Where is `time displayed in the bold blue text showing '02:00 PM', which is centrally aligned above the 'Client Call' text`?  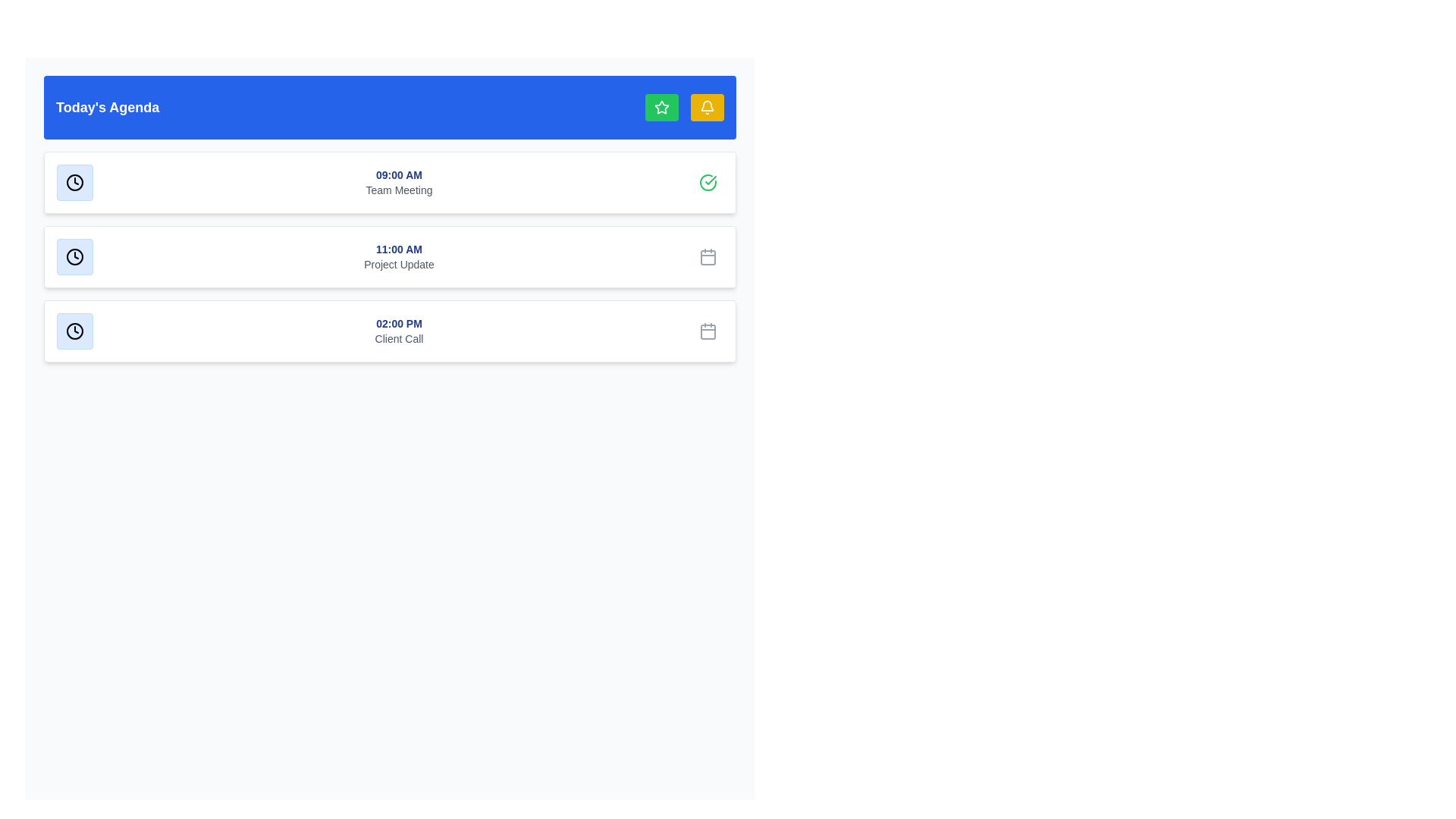
time displayed in the bold blue text showing '02:00 PM', which is centrally aligned above the 'Client Call' text is located at coordinates (399, 323).